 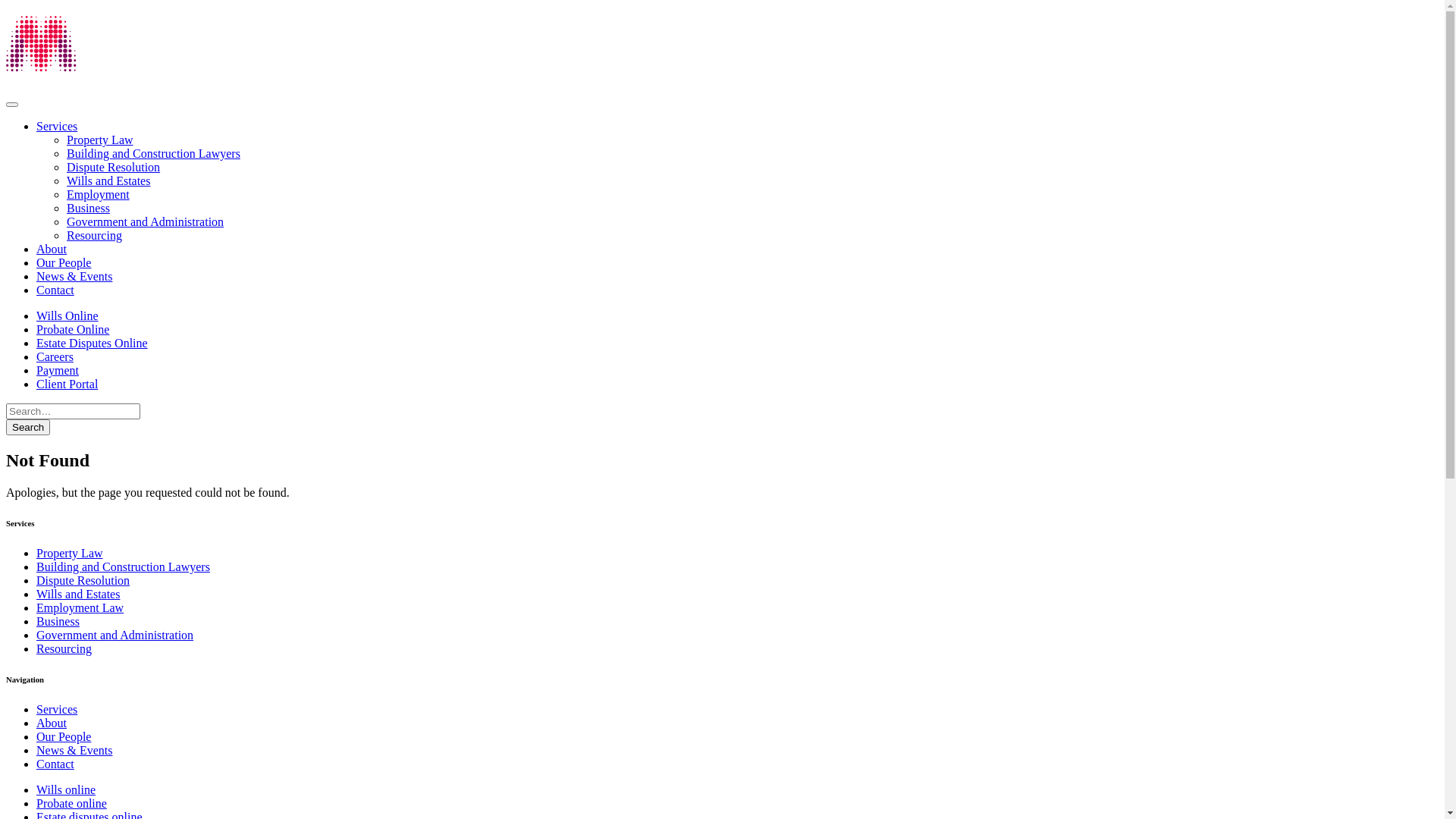 I want to click on 'Wills Online', so click(x=67, y=315).